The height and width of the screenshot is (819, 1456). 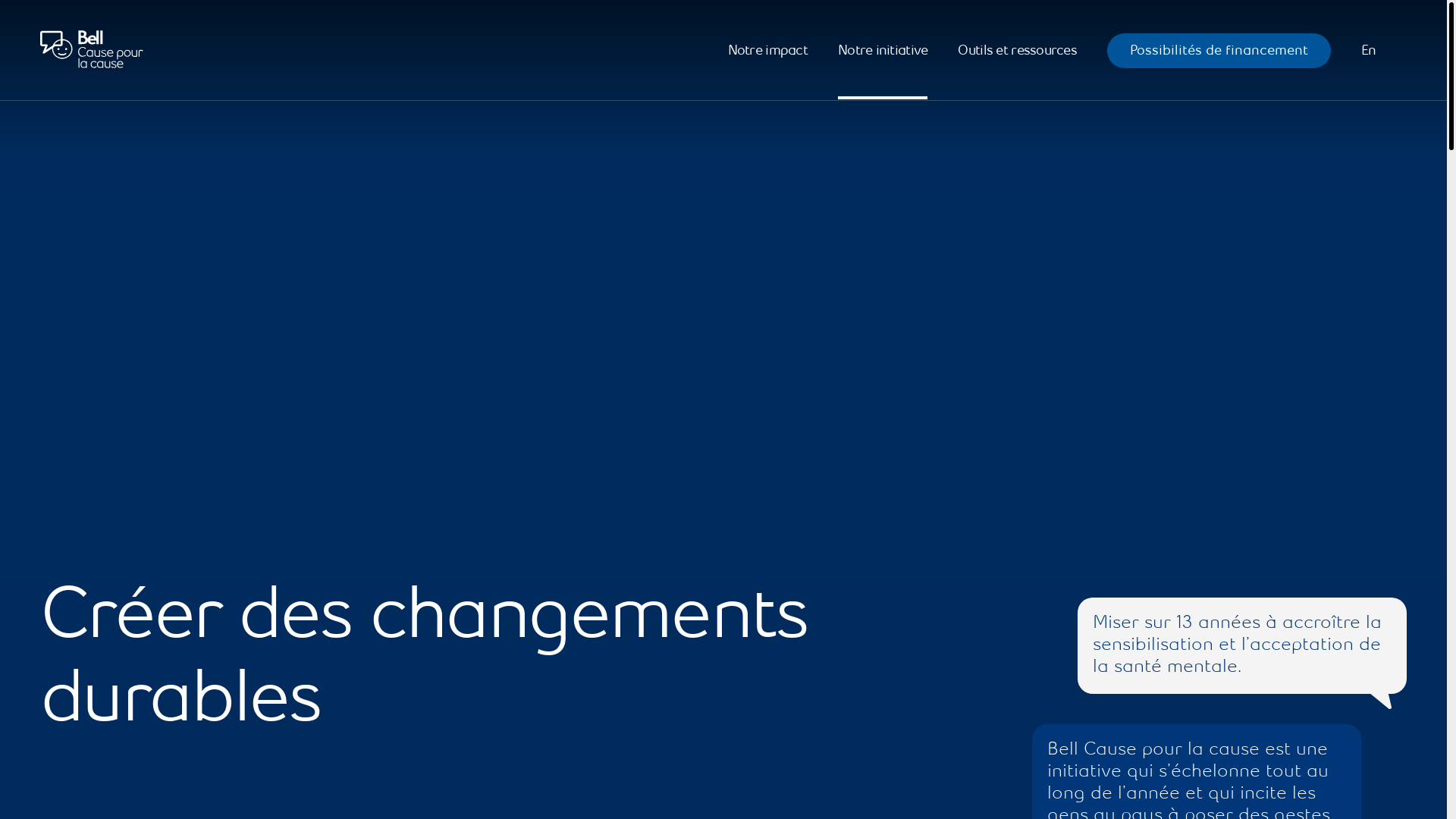 What do you see at coordinates (90, 49) in the screenshot?
I see `'Bell cause pour la causeLogo de Bell cause pour la cause'` at bounding box center [90, 49].